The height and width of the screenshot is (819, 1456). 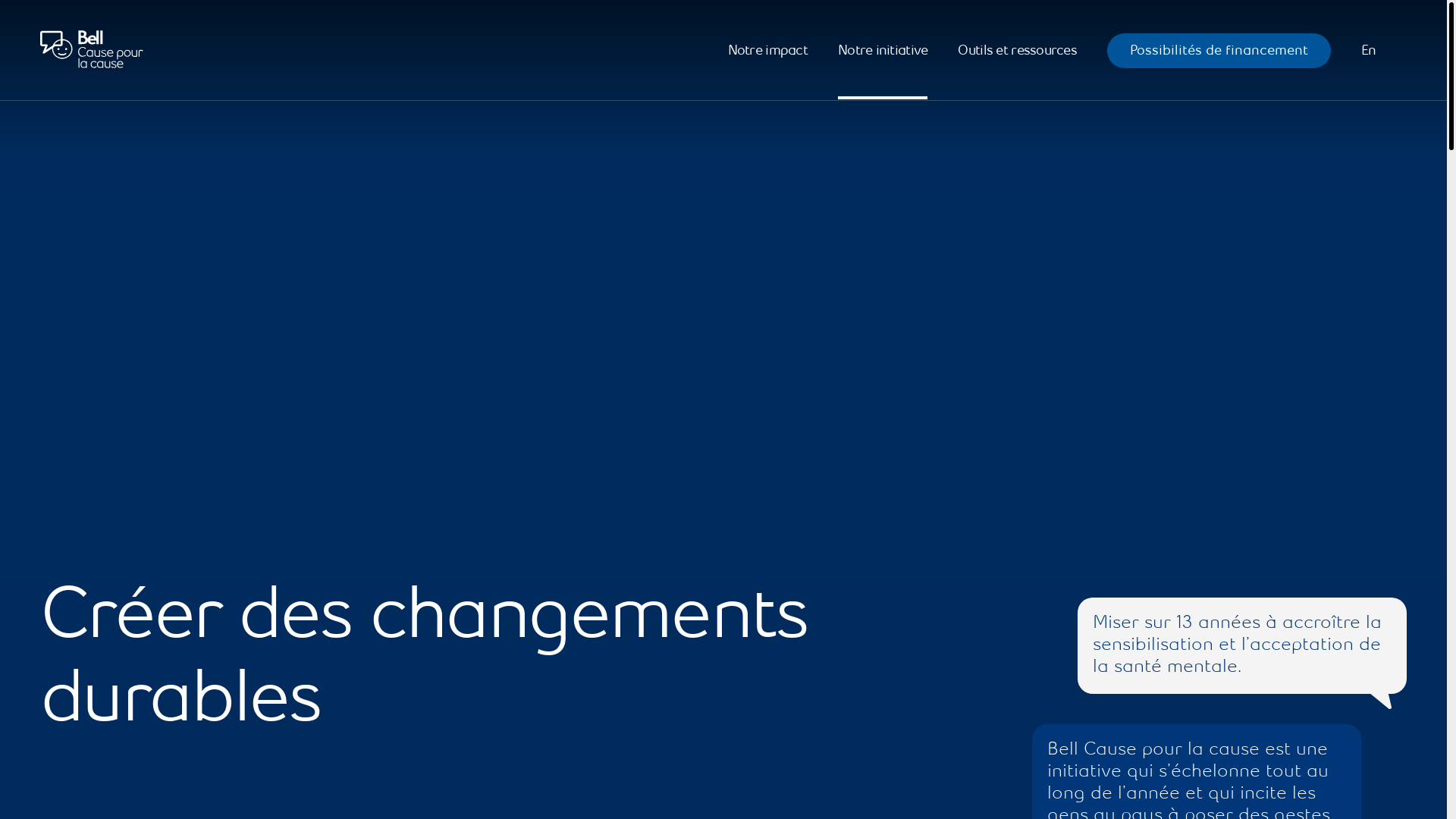 What do you see at coordinates (90, 49) in the screenshot?
I see `'Bell cause pour la causeLogo de Bell cause pour la cause'` at bounding box center [90, 49].